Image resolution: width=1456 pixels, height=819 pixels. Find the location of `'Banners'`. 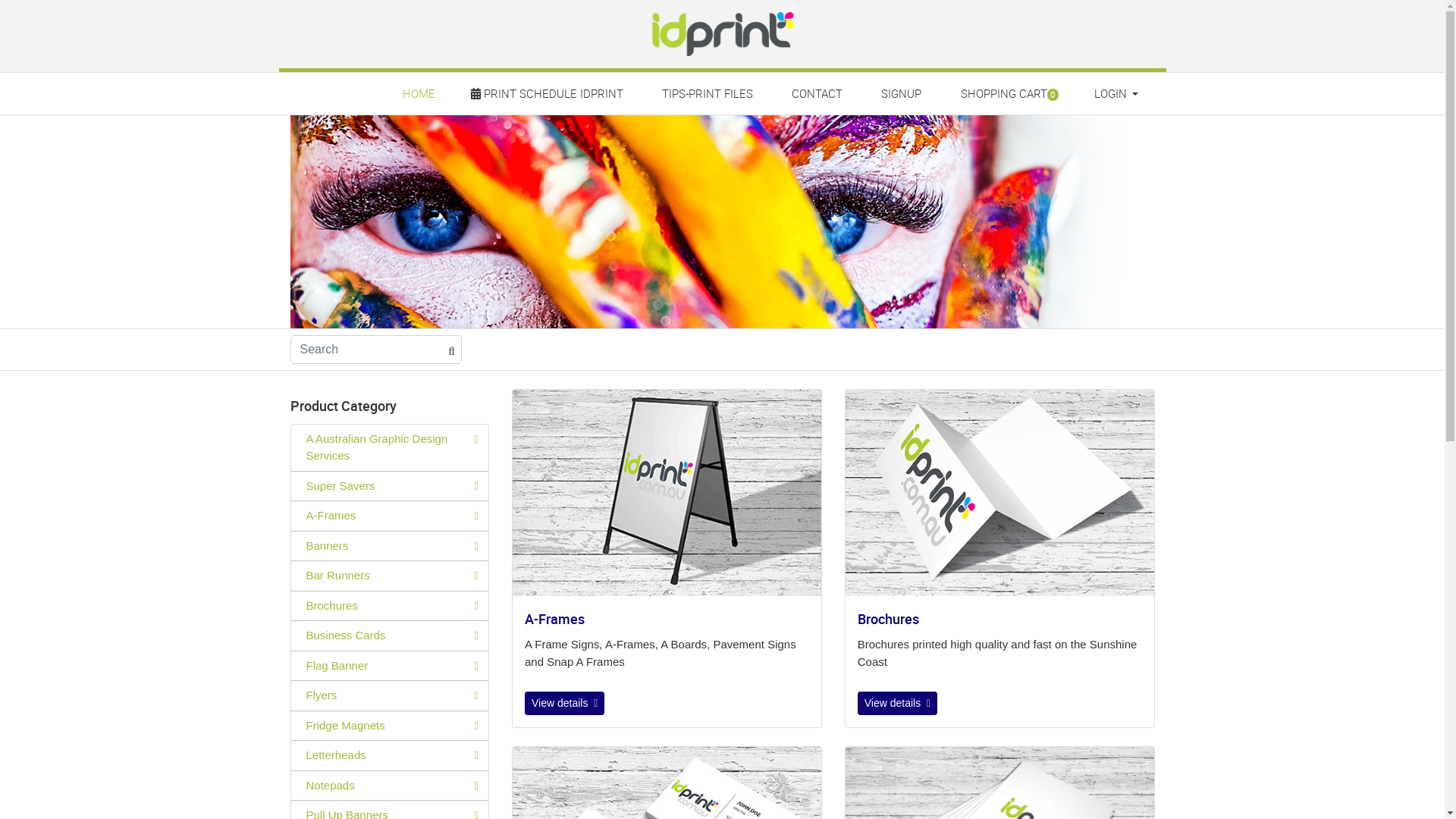

'Banners' is located at coordinates (390, 546).